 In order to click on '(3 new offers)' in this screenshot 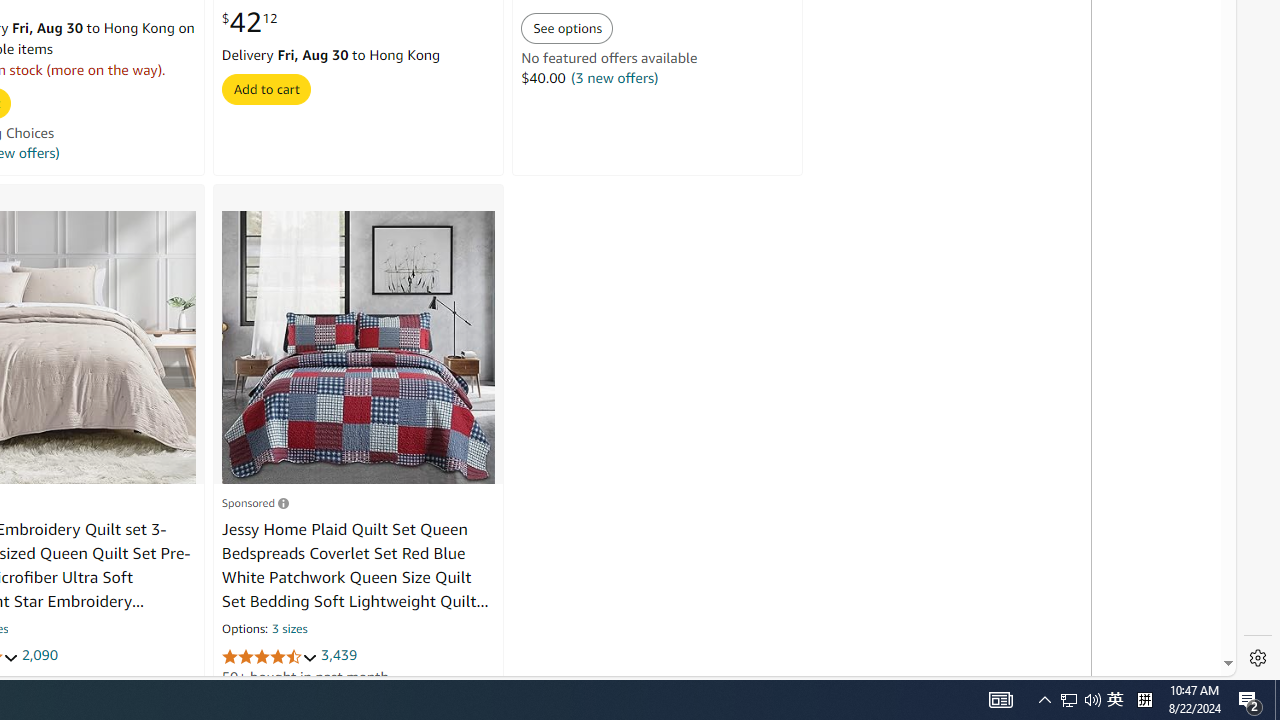, I will do `click(614, 77)`.